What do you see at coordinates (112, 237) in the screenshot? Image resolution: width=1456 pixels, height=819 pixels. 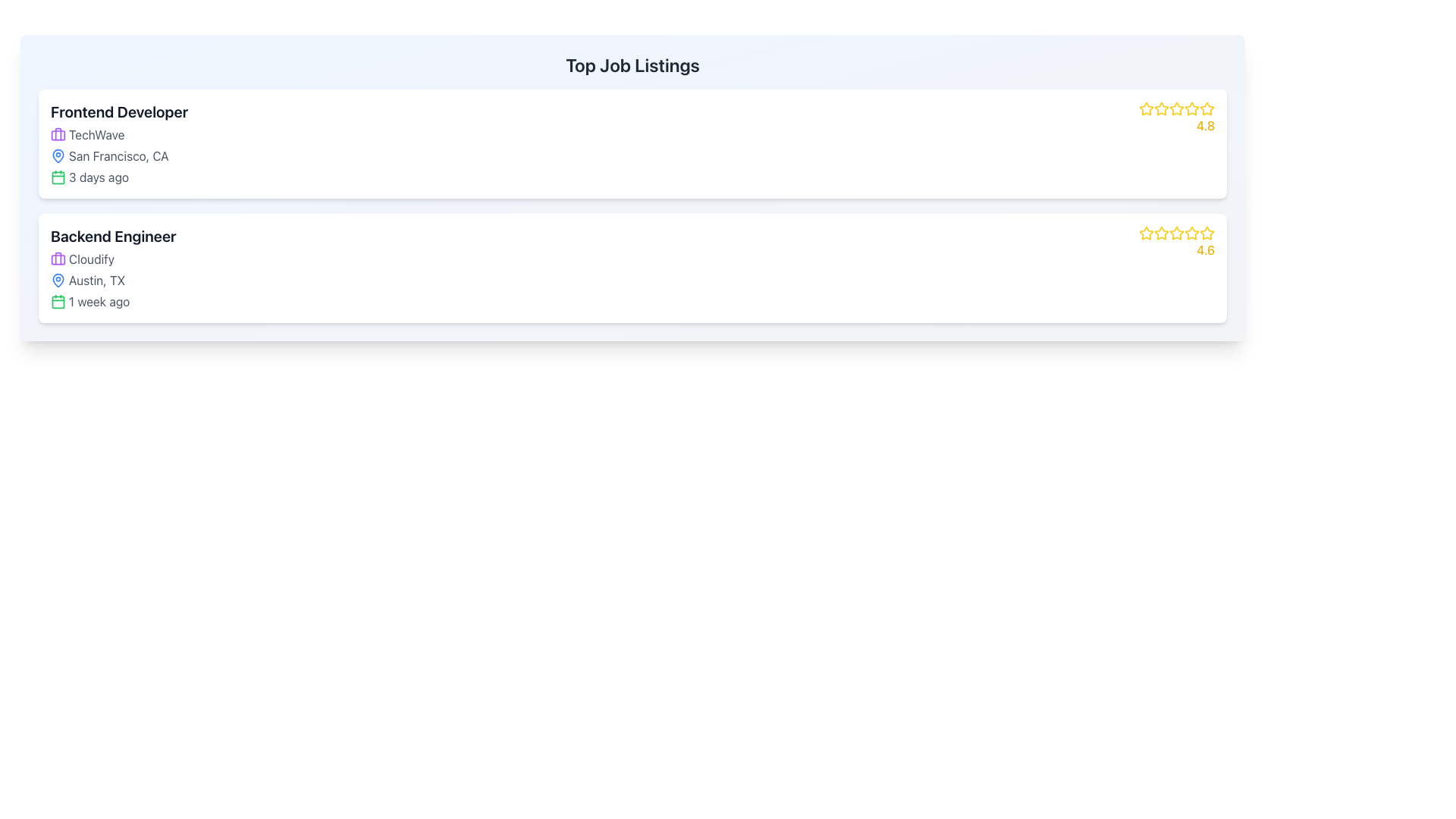 I see `text content of the job listing title label, which is centrally aligned at the top of the section above the text 'Cloudify'` at bounding box center [112, 237].